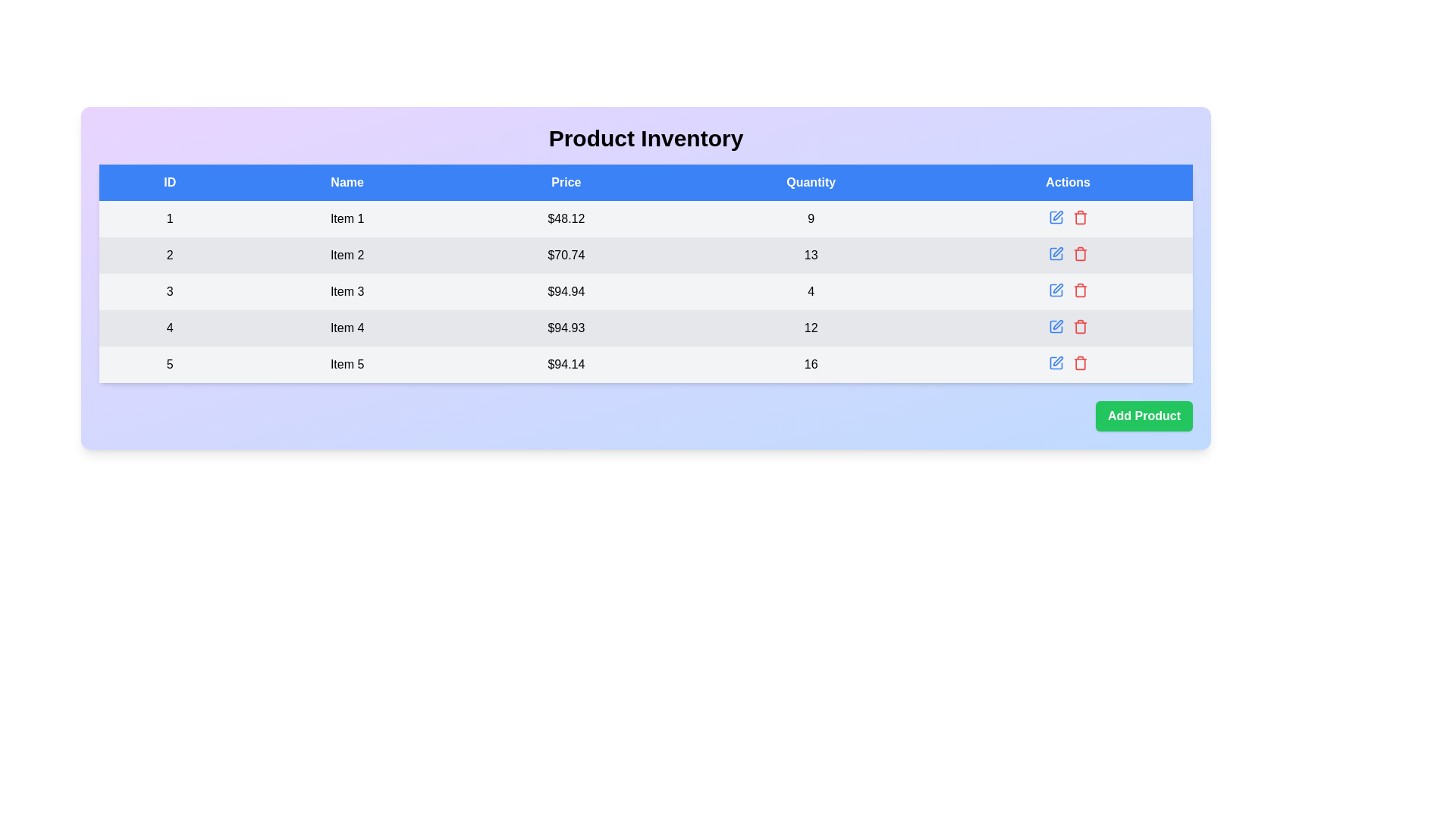 This screenshot has height=819, width=1456. Describe the element at coordinates (1079, 217) in the screenshot. I see `the trash icon` at that location.